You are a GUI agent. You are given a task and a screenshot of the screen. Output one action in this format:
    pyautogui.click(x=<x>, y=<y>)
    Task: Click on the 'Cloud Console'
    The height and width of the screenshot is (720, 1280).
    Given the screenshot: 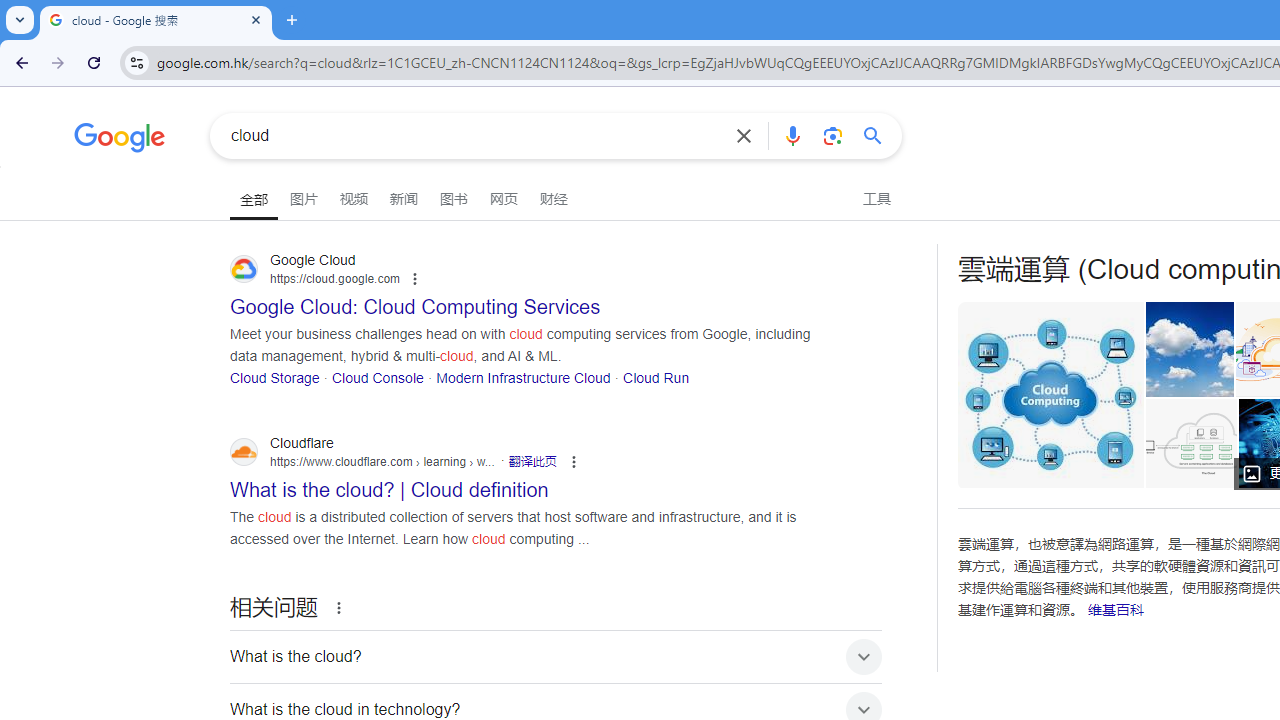 What is the action you would take?
    pyautogui.click(x=377, y=377)
    